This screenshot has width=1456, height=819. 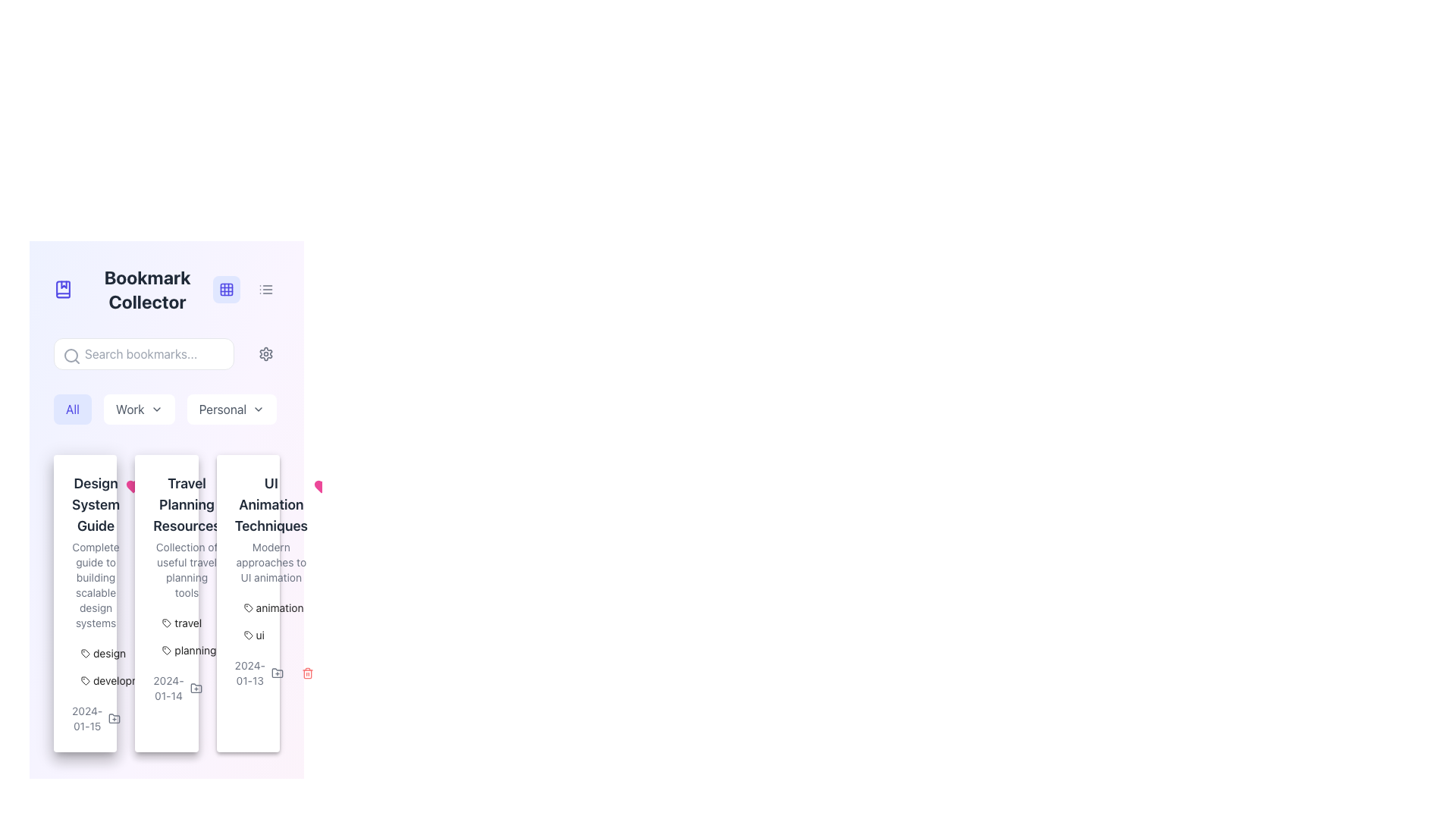 What do you see at coordinates (186, 570) in the screenshot?
I see `supplementary information text located below the 'Travel Planning Resources' heading within the second card from the left` at bounding box center [186, 570].